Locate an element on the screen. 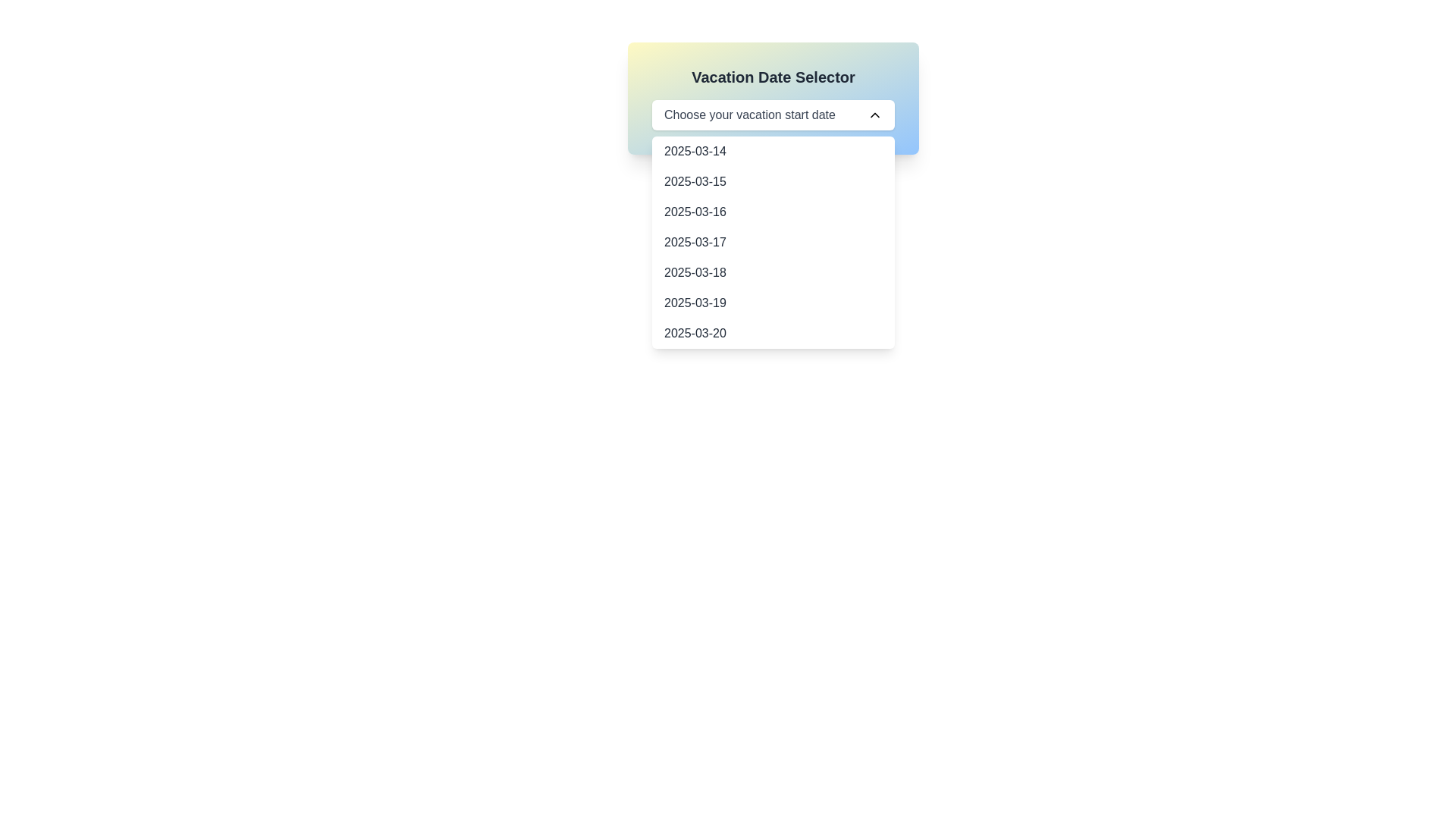 The width and height of the screenshot is (1456, 819). the dropdown menu trigger button located in the 'Vacation Date Selector' area is located at coordinates (773, 114).